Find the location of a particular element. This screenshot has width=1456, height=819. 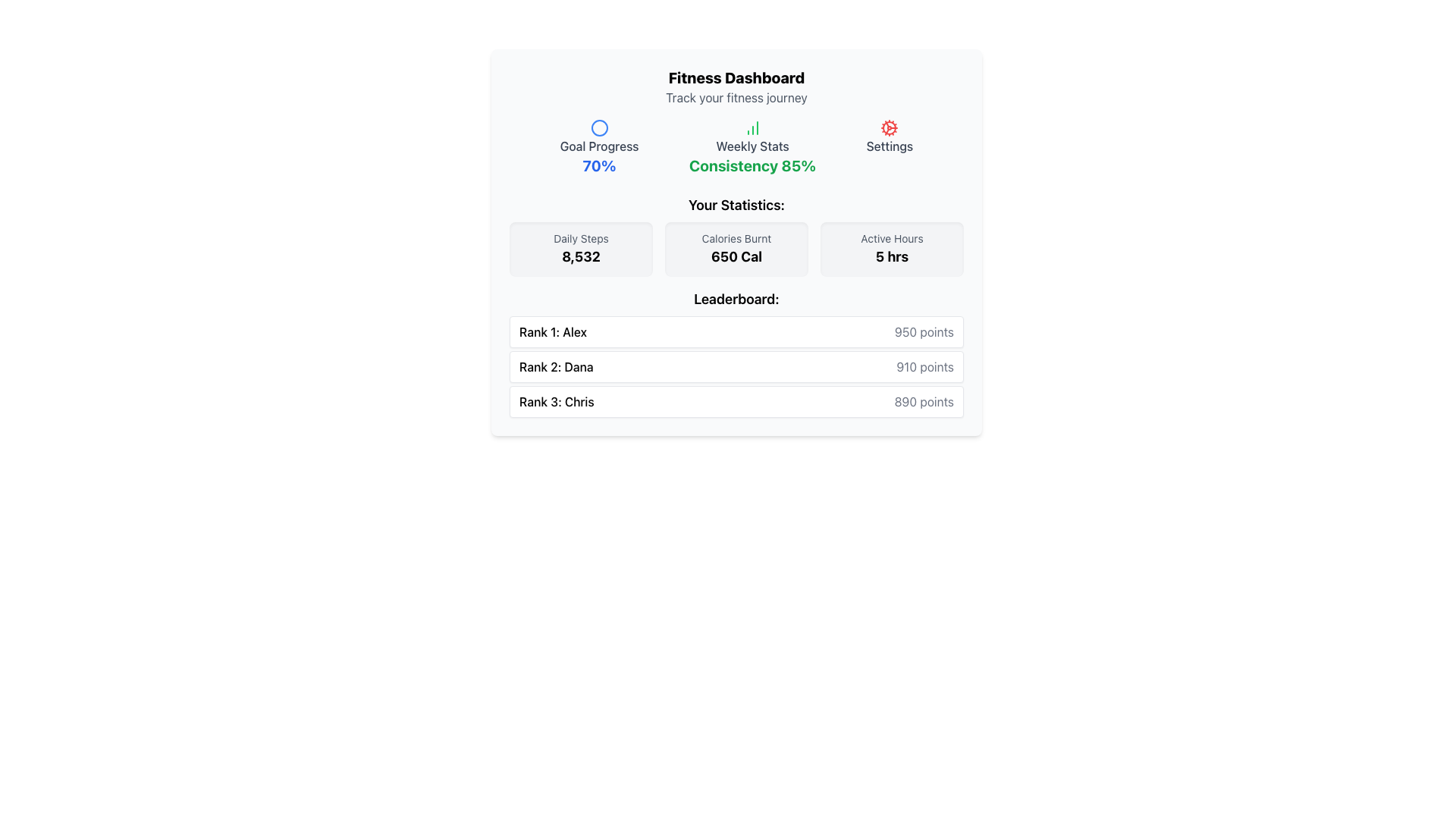

a specific entry in the Leaderboard, which displays the rankings and scores of participants, located below 'Your Statistics:' in the central panel of the dashboard is located at coordinates (736, 353).